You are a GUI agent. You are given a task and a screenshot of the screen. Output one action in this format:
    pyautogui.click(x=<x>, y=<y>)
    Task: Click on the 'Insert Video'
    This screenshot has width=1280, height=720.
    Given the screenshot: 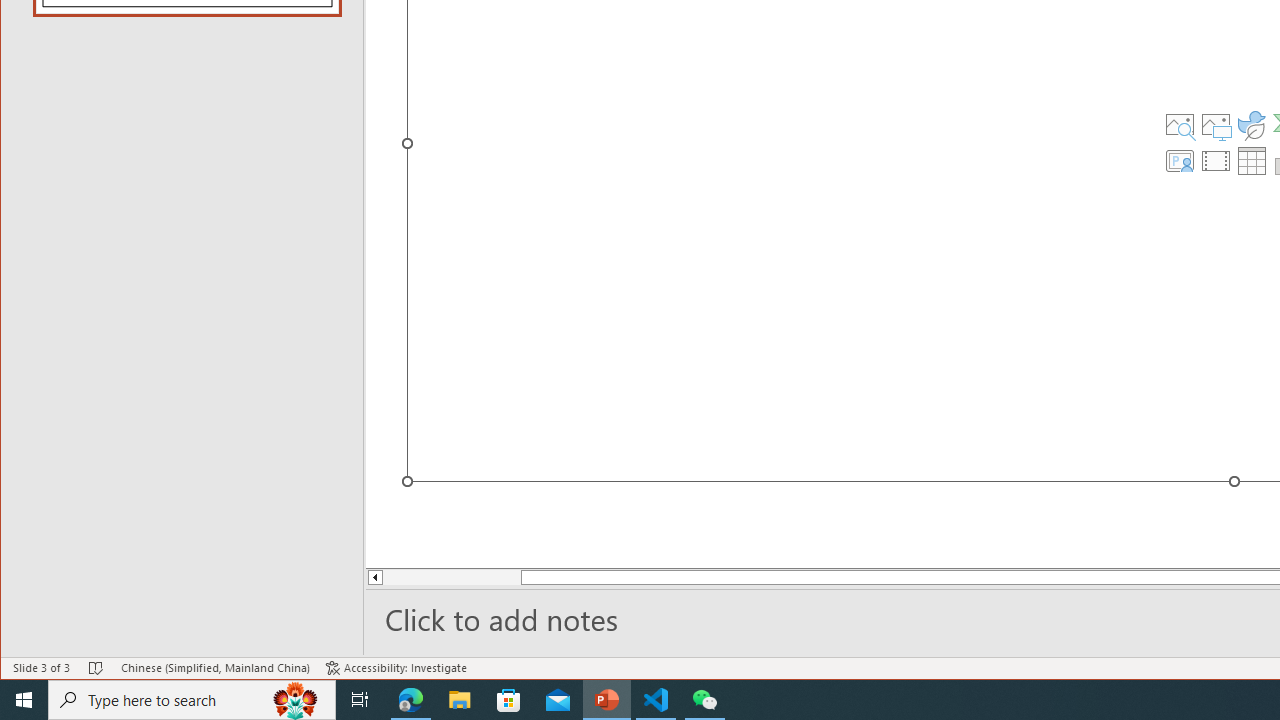 What is the action you would take?
    pyautogui.click(x=1215, y=159)
    